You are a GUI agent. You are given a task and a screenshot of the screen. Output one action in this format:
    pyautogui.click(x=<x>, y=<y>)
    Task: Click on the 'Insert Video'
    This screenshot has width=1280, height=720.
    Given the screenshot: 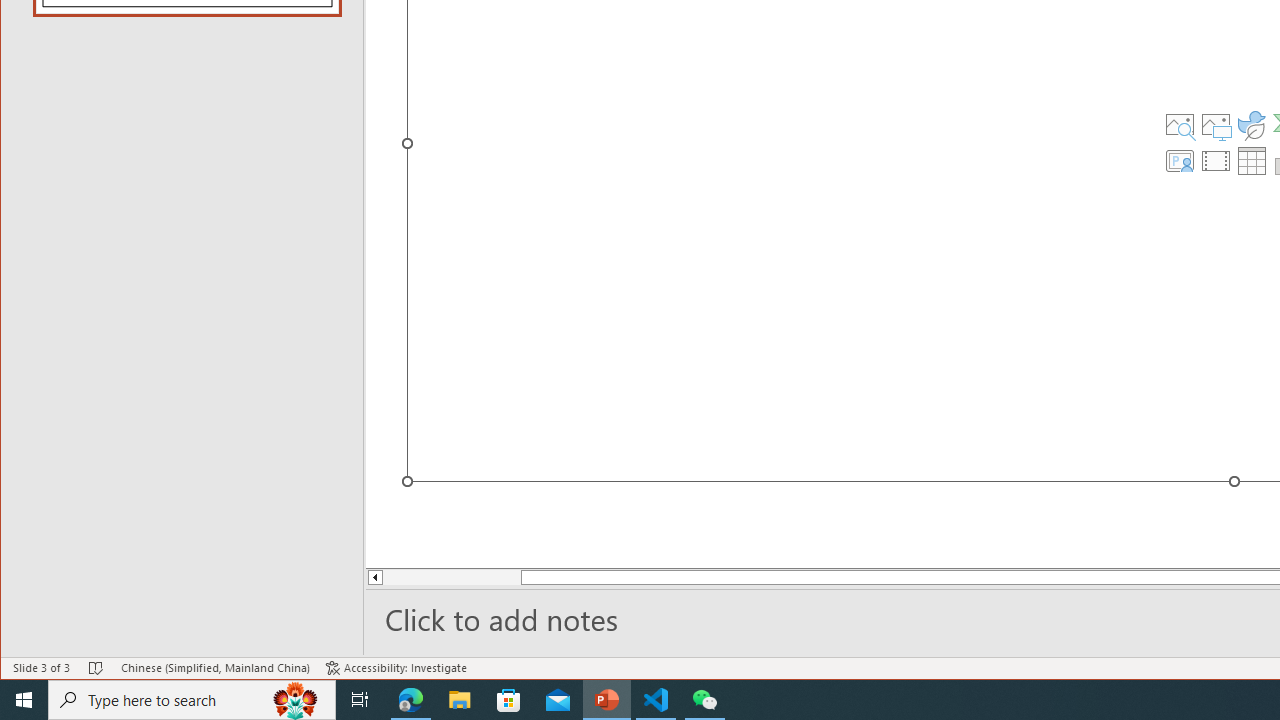 What is the action you would take?
    pyautogui.click(x=1215, y=159)
    